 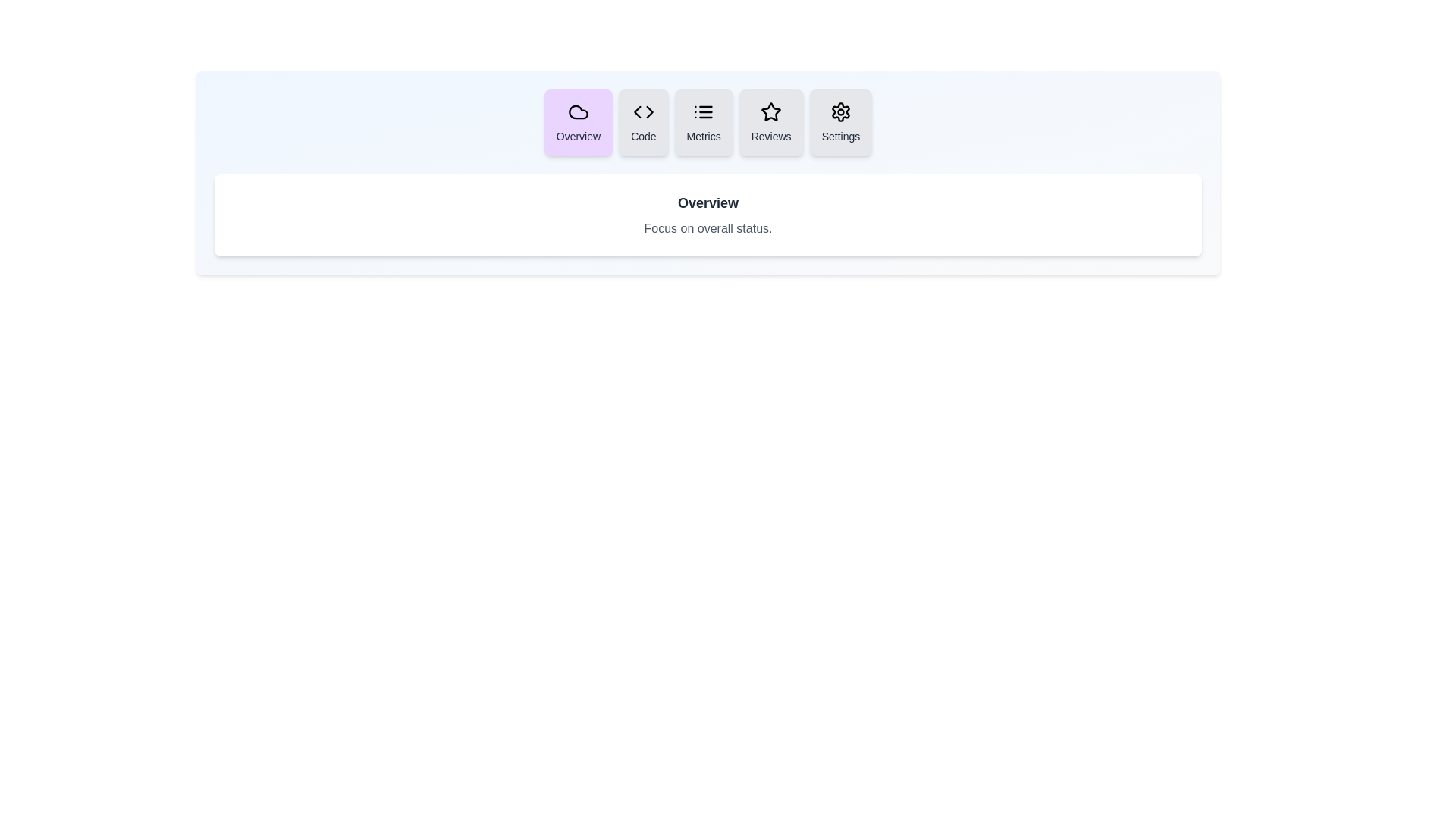 What do you see at coordinates (643, 122) in the screenshot?
I see `the tab button labeled Code to see the hover effect` at bounding box center [643, 122].